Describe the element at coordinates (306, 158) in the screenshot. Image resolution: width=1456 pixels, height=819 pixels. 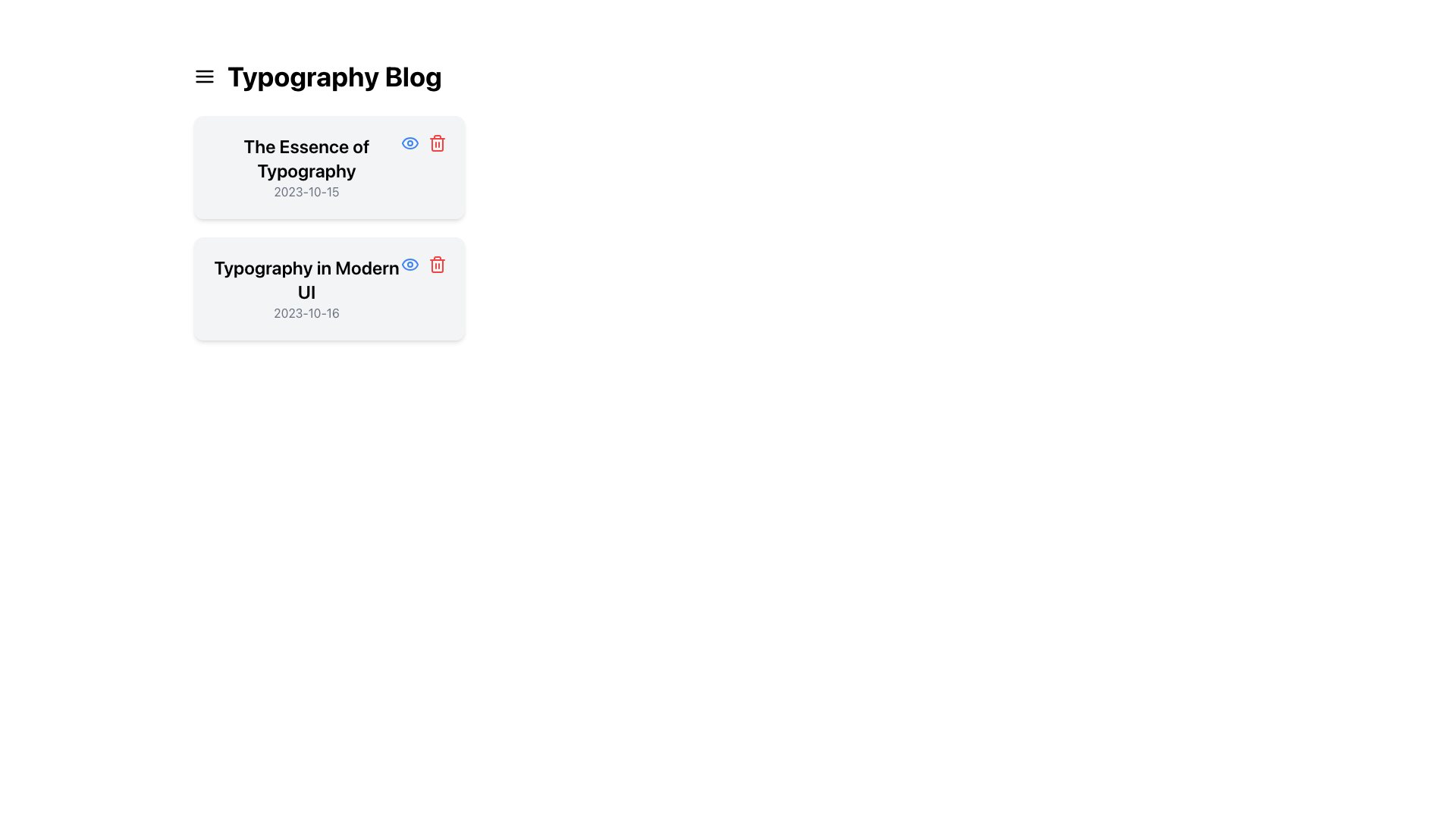
I see `bold and large text heading 'The Essence of Typography' located at the center of the topmost card under the 'Typography Blog' heading` at that location.